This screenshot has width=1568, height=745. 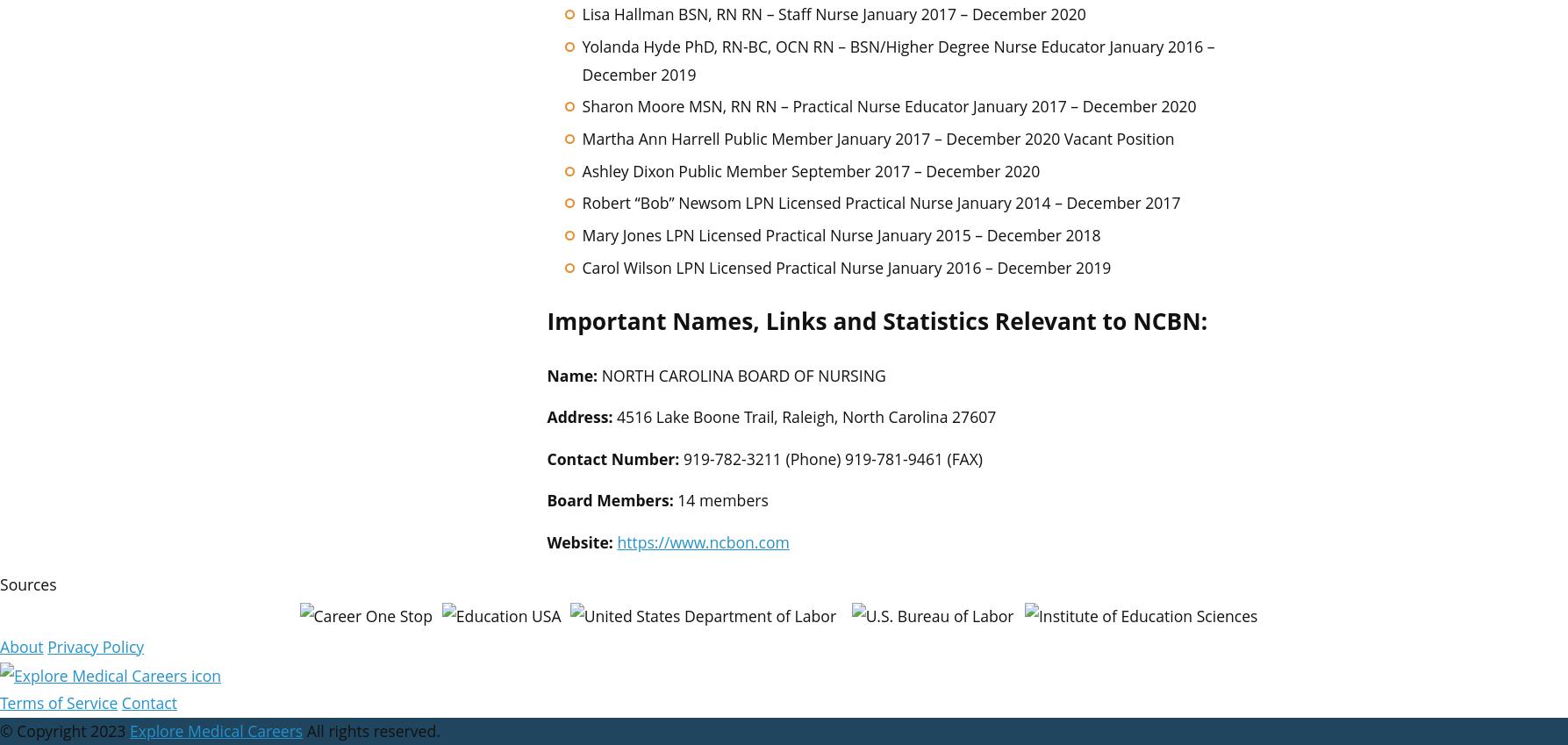 What do you see at coordinates (370, 731) in the screenshot?
I see `'All rights reserved.'` at bounding box center [370, 731].